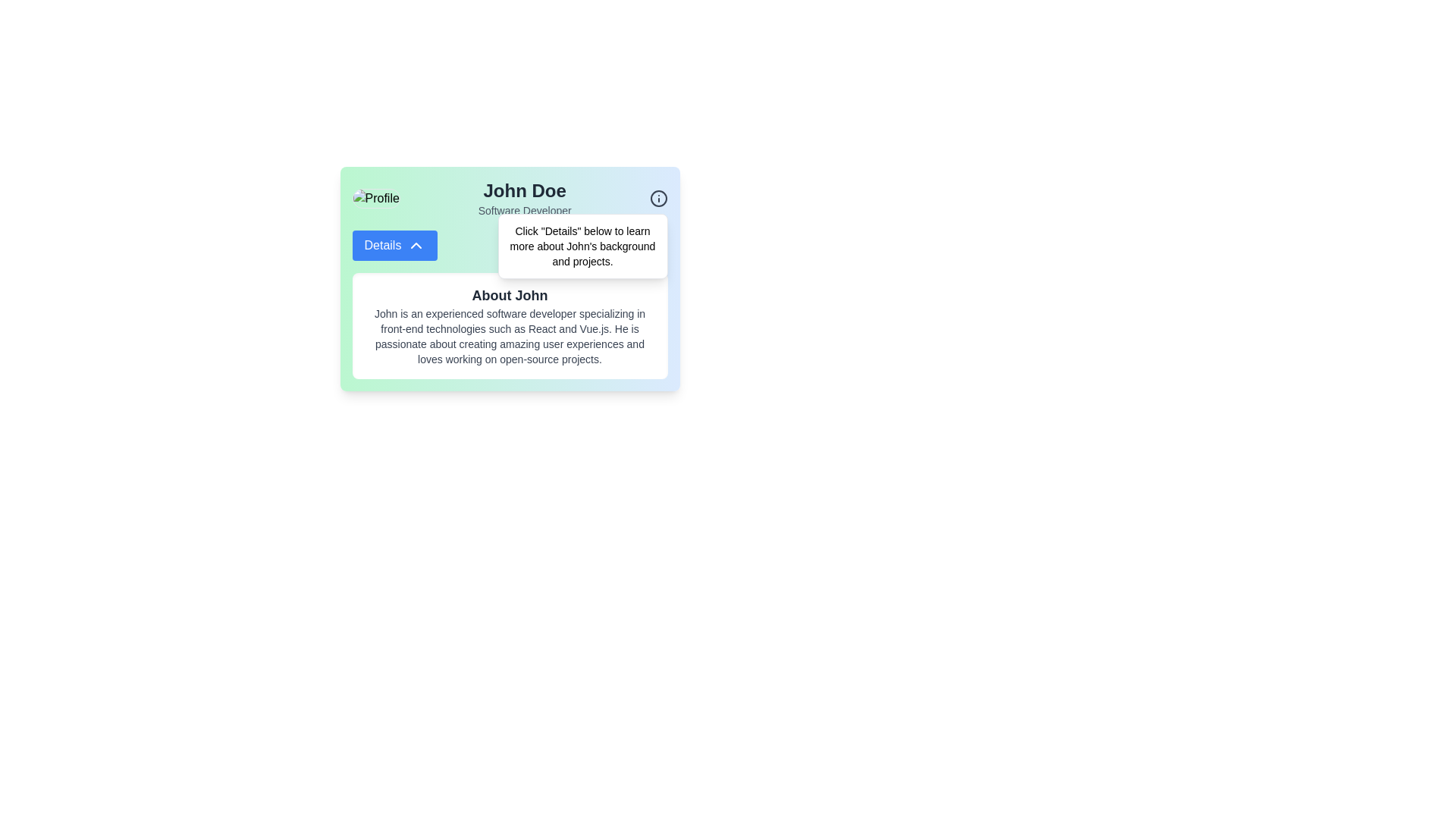  I want to click on the bold title 'John Doe' in the Profile header section, so click(510, 198).